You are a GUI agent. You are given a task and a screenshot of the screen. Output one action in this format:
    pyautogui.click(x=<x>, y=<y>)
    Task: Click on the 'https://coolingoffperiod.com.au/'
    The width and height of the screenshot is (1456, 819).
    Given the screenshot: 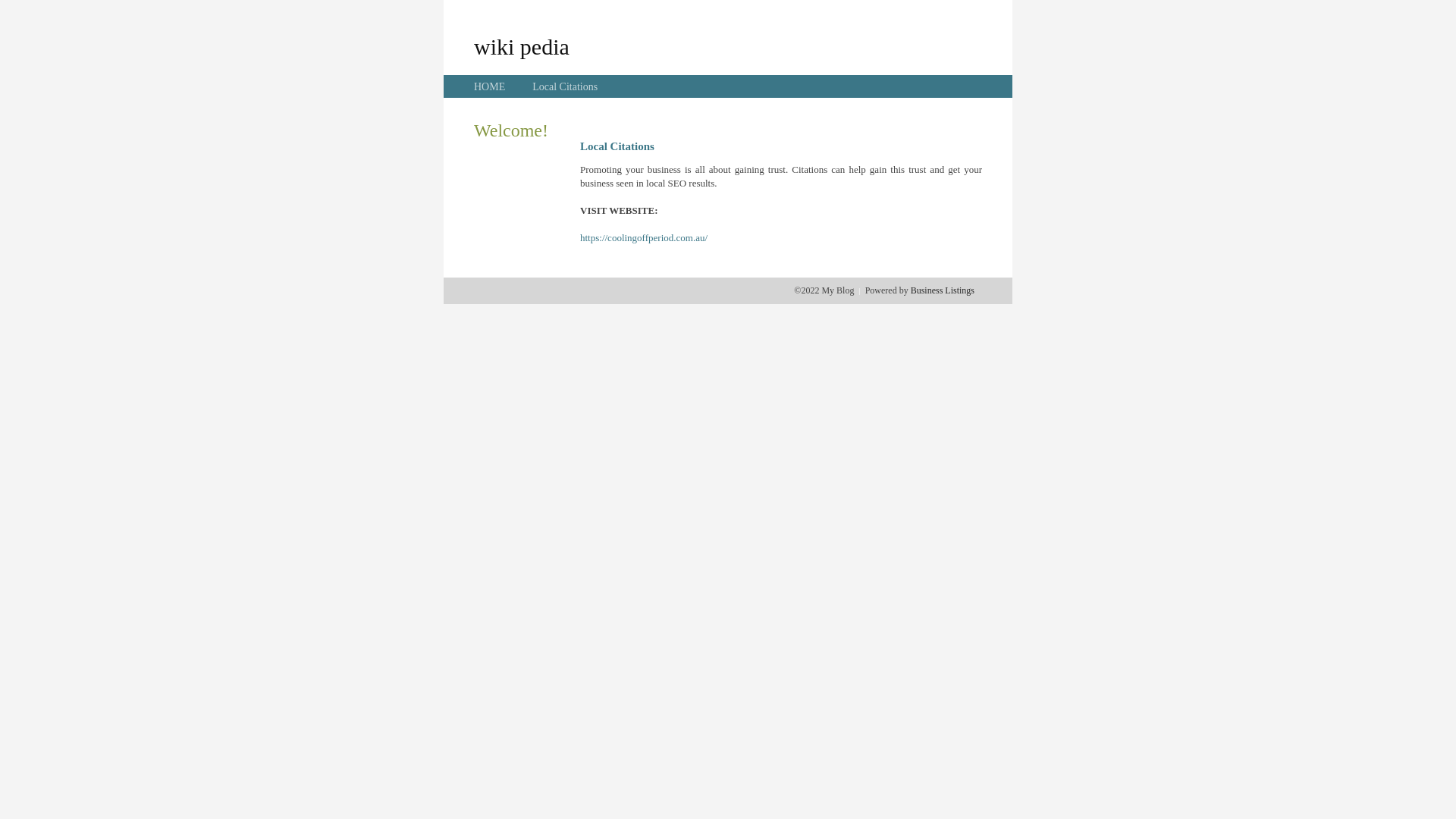 What is the action you would take?
    pyautogui.click(x=644, y=237)
    